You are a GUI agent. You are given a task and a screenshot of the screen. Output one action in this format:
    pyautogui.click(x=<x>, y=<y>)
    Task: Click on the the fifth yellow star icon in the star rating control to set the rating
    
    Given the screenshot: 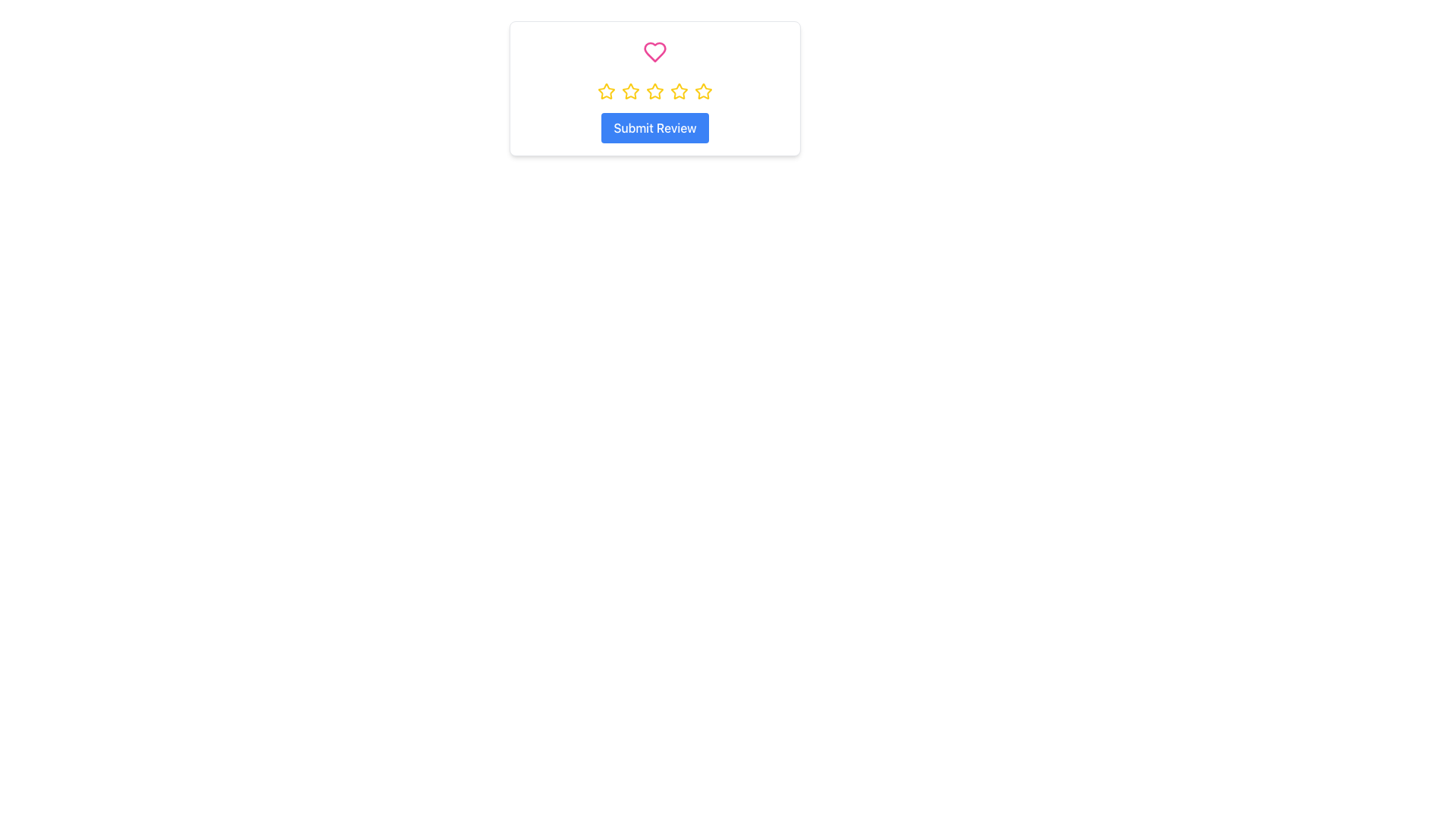 What is the action you would take?
    pyautogui.click(x=702, y=91)
    